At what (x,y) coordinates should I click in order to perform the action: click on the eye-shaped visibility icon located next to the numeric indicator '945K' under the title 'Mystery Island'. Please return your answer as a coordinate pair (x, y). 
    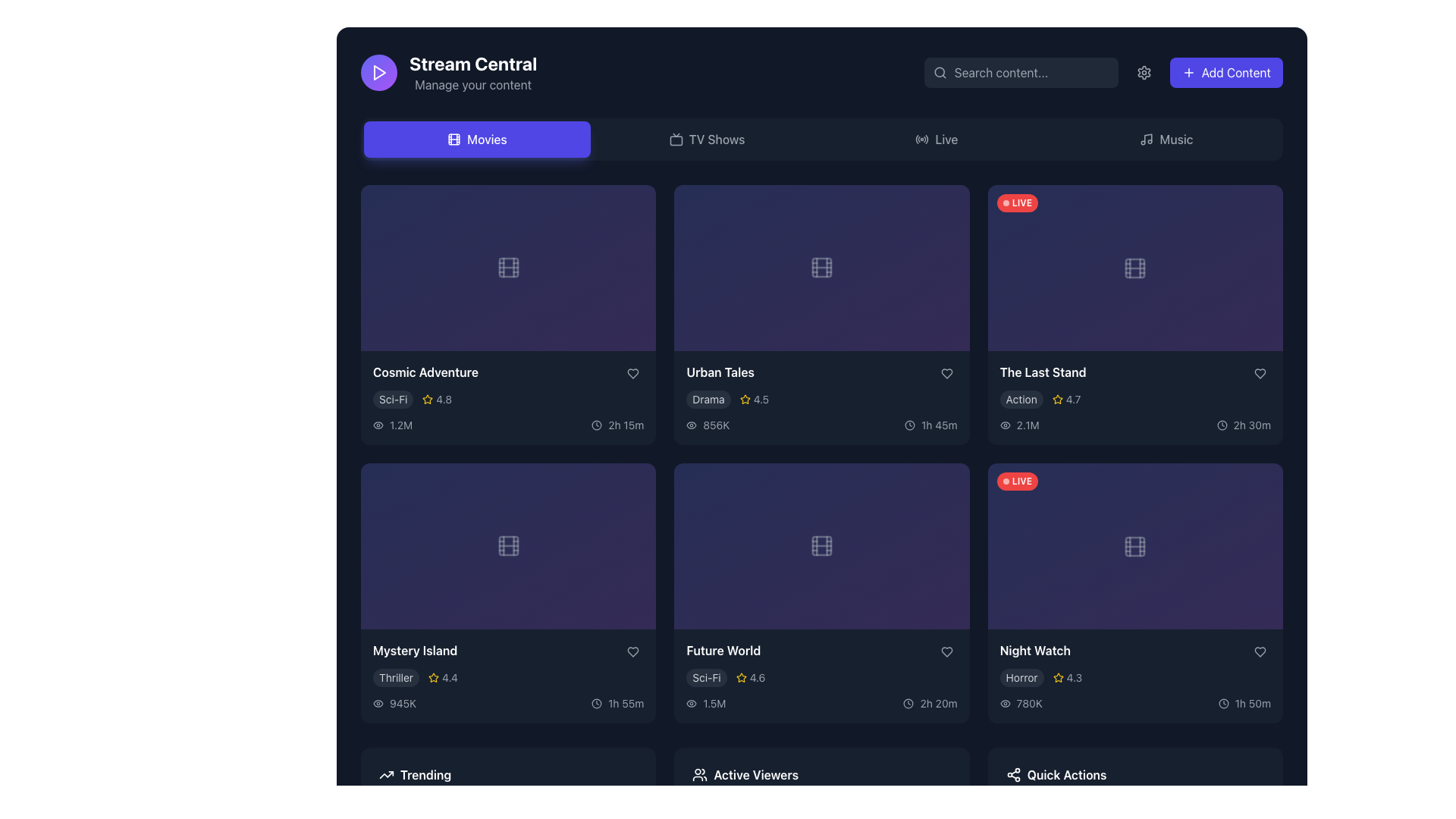
    Looking at the image, I should click on (378, 702).